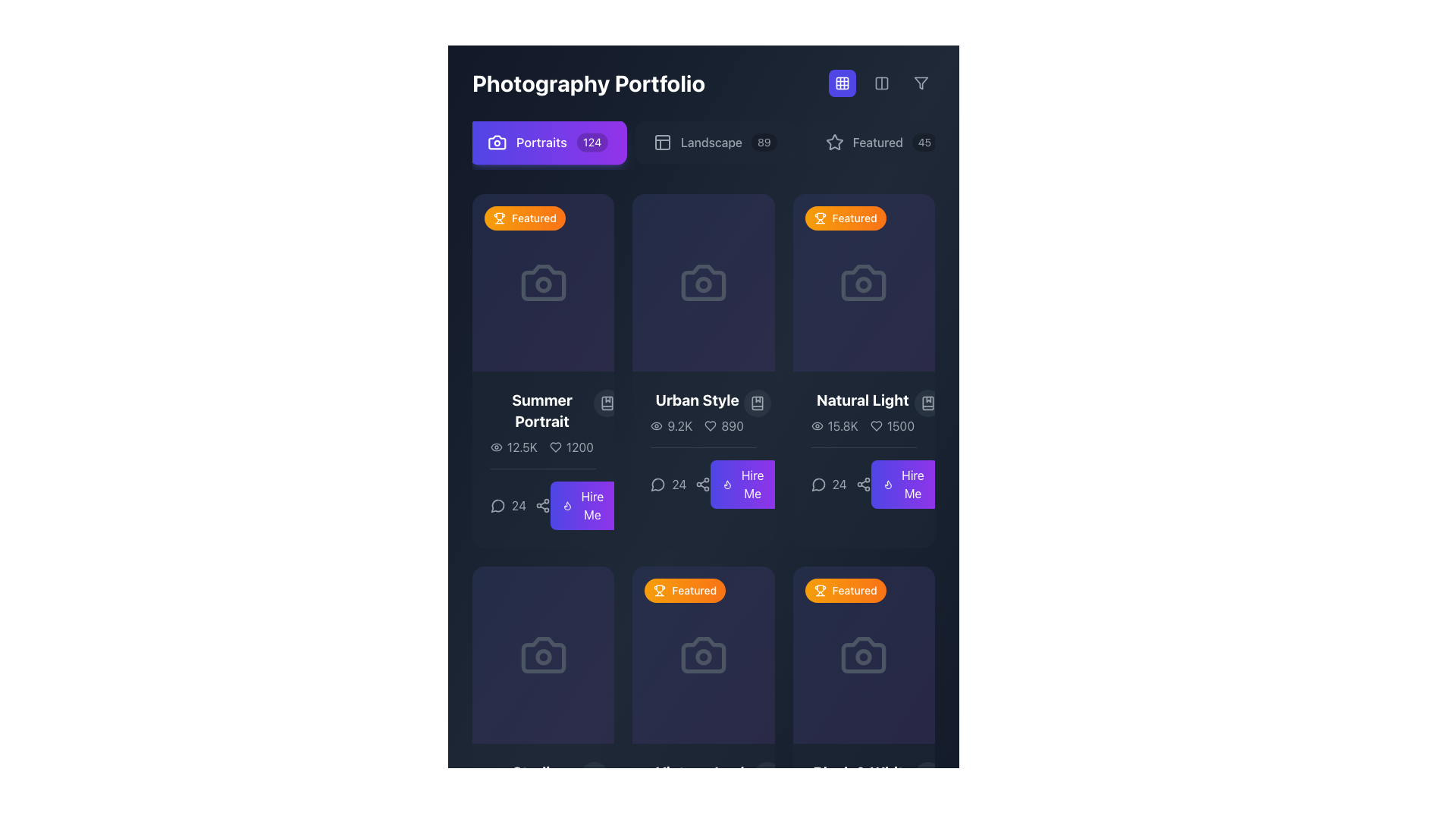  Describe the element at coordinates (542, 447) in the screenshot. I see `the Engagement statistics bar located beneath the 'Summer Portrait' title, which summarizes the engagement statistics for the associated content item` at that location.